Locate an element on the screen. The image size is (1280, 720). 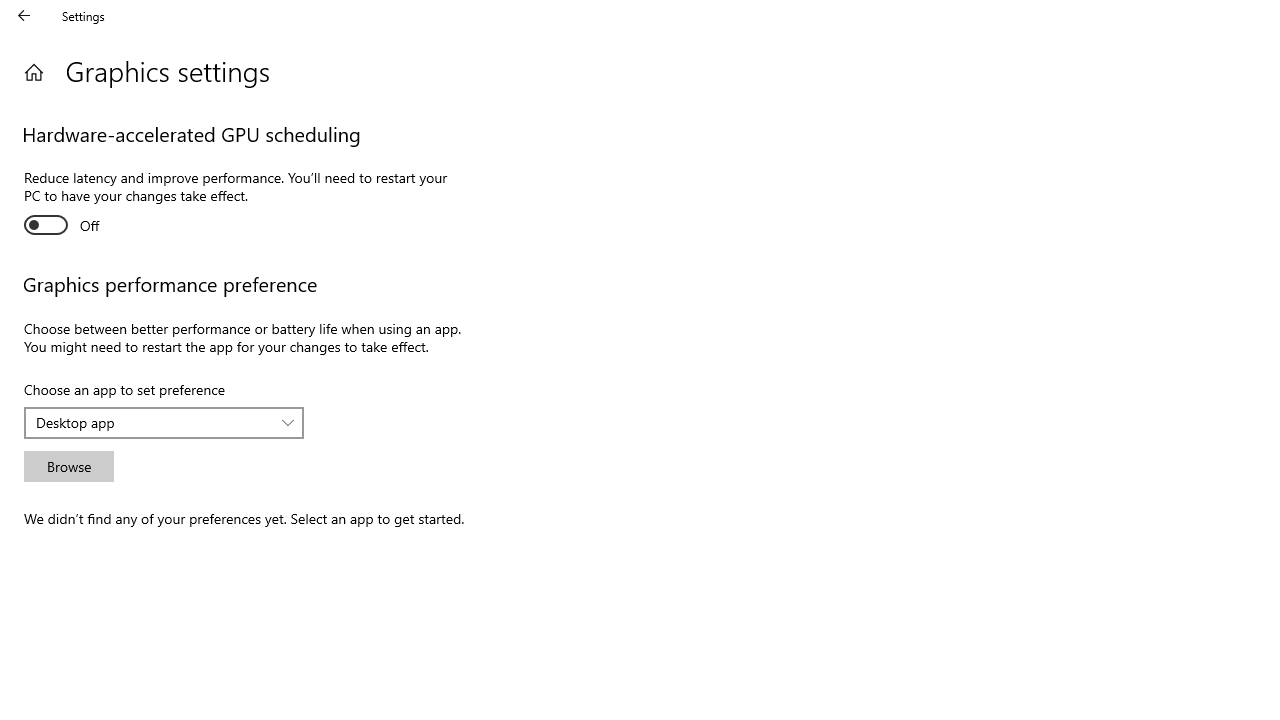
'Choose an app to set preference' is located at coordinates (164, 422).